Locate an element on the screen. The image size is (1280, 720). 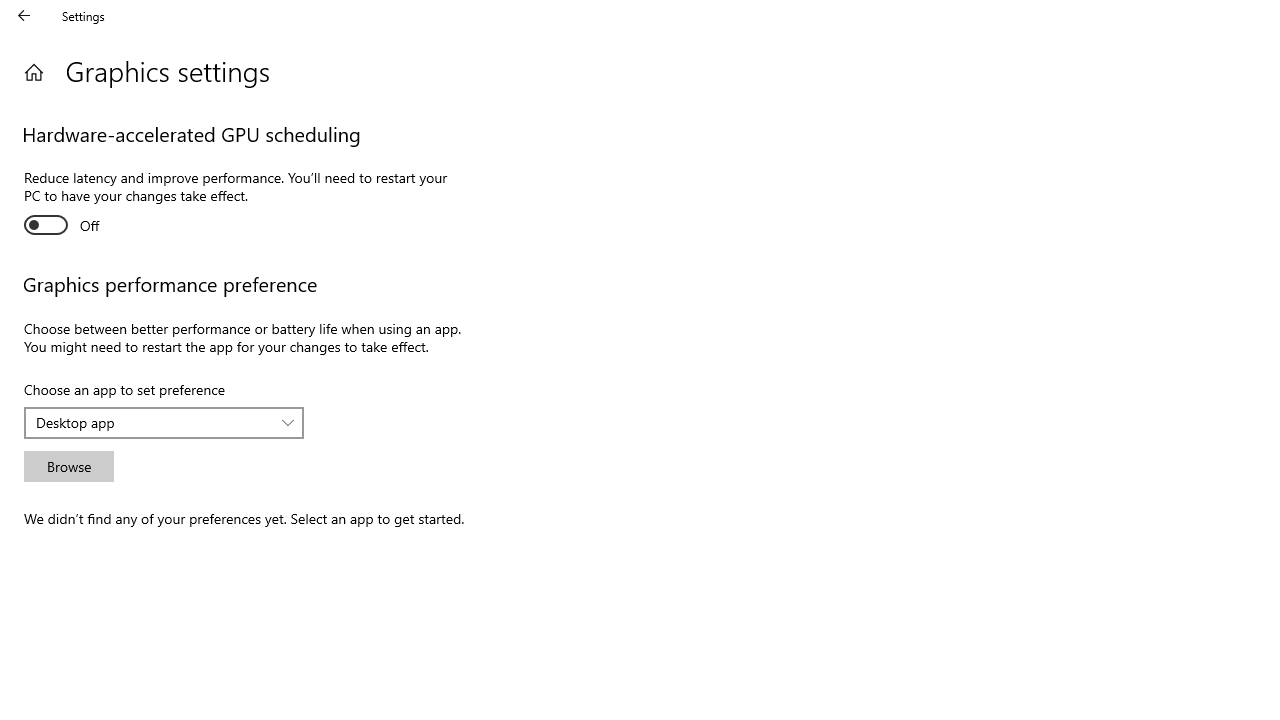
'Choose an app to set preference' is located at coordinates (164, 422).